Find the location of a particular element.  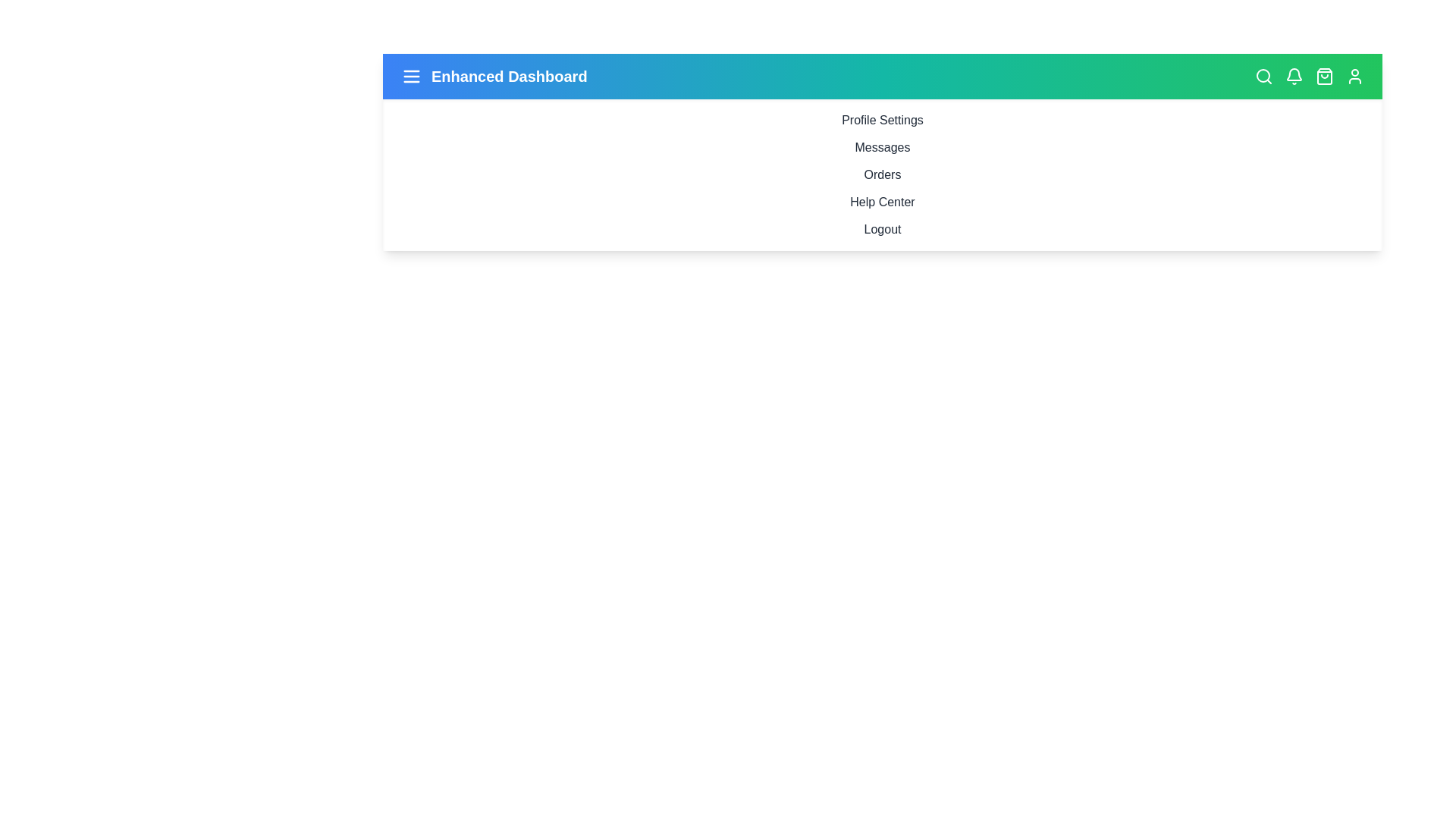

the search icon to display its tooltip or visual feedback is located at coordinates (1263, 76).